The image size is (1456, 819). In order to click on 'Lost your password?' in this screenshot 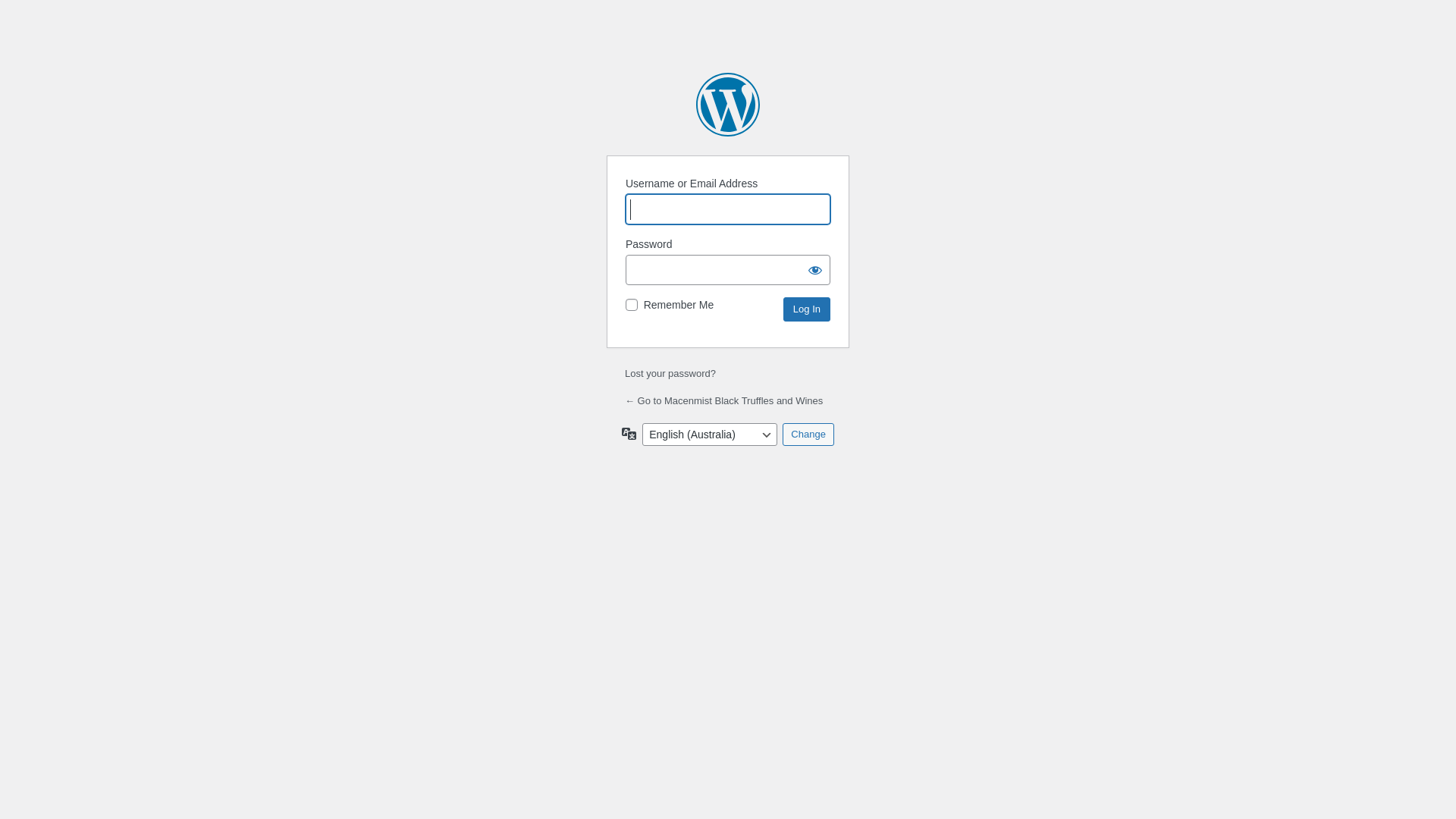, I will do `click(669, 373)`.